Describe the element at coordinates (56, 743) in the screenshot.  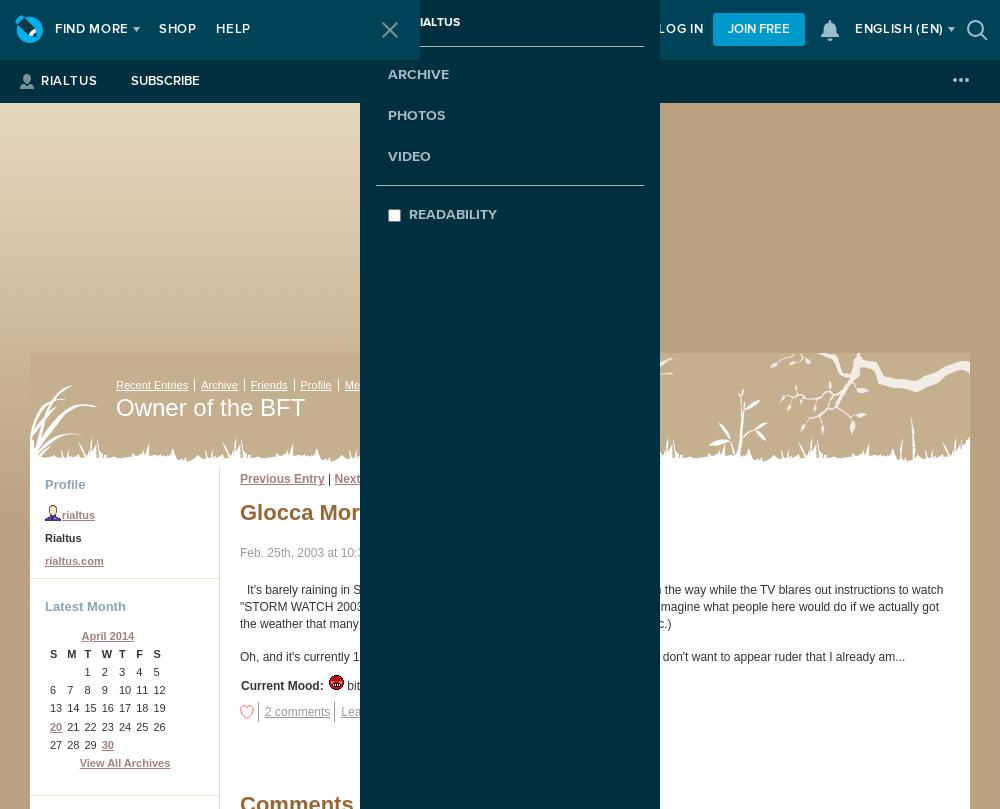
I see `'27'` at that location.